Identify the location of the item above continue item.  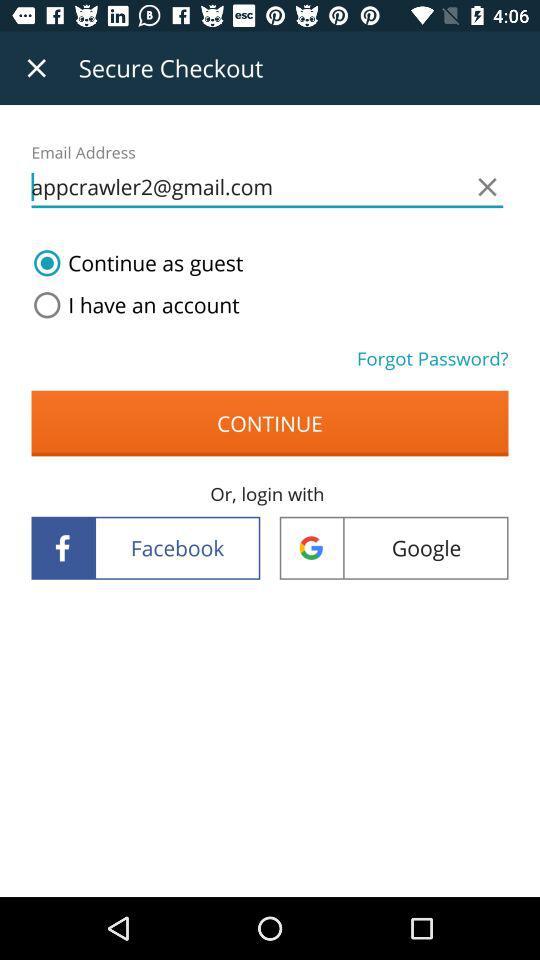
(431, 358).